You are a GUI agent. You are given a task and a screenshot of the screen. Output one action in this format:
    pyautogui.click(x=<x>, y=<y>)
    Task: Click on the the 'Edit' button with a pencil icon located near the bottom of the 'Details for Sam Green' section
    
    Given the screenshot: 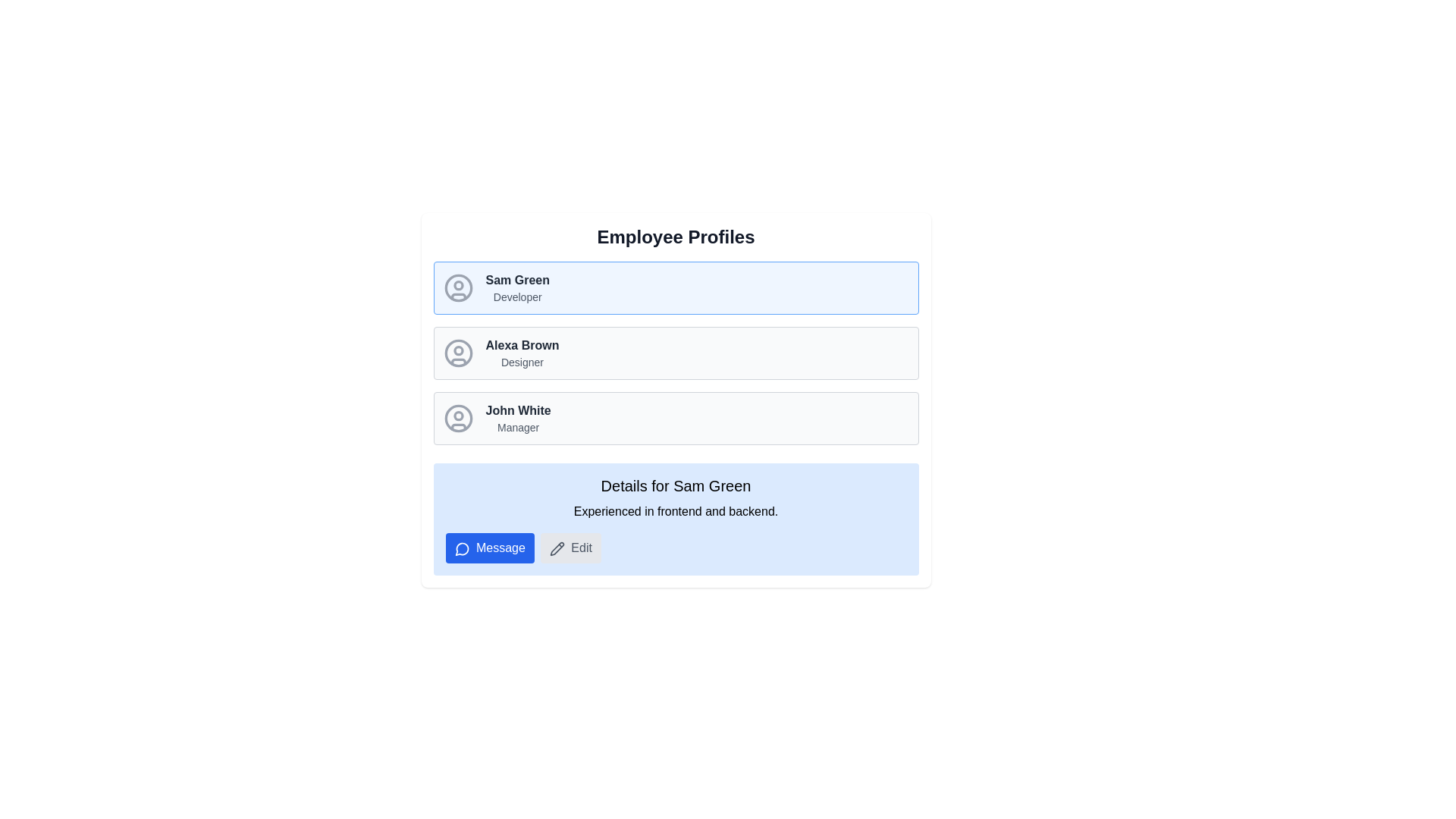 What is the action you would take?
    pyautogui.click(x=570, y=548)
    